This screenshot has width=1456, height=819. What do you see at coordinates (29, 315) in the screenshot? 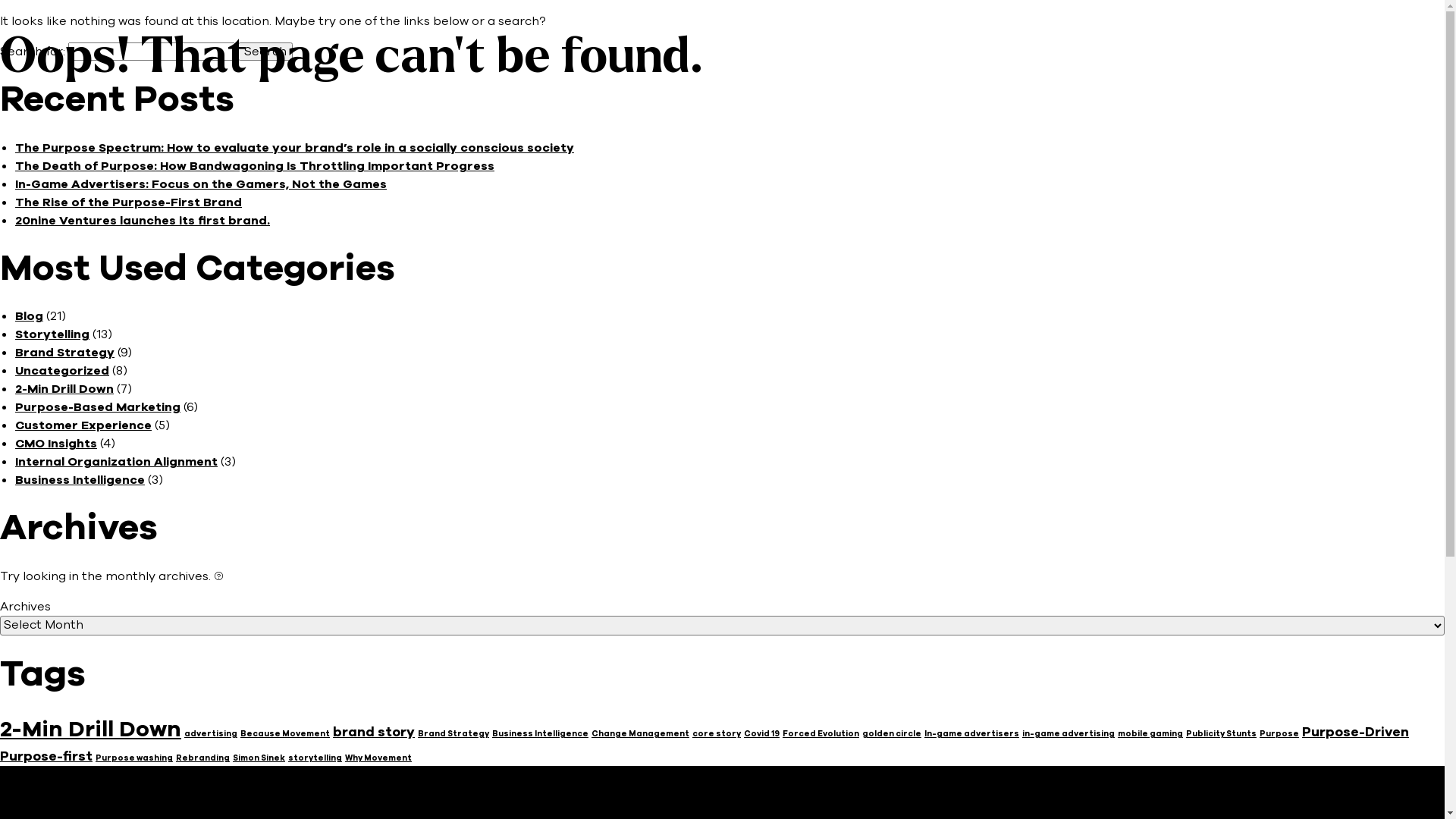
I see `'Blog'` at bounding box center [29, 315].